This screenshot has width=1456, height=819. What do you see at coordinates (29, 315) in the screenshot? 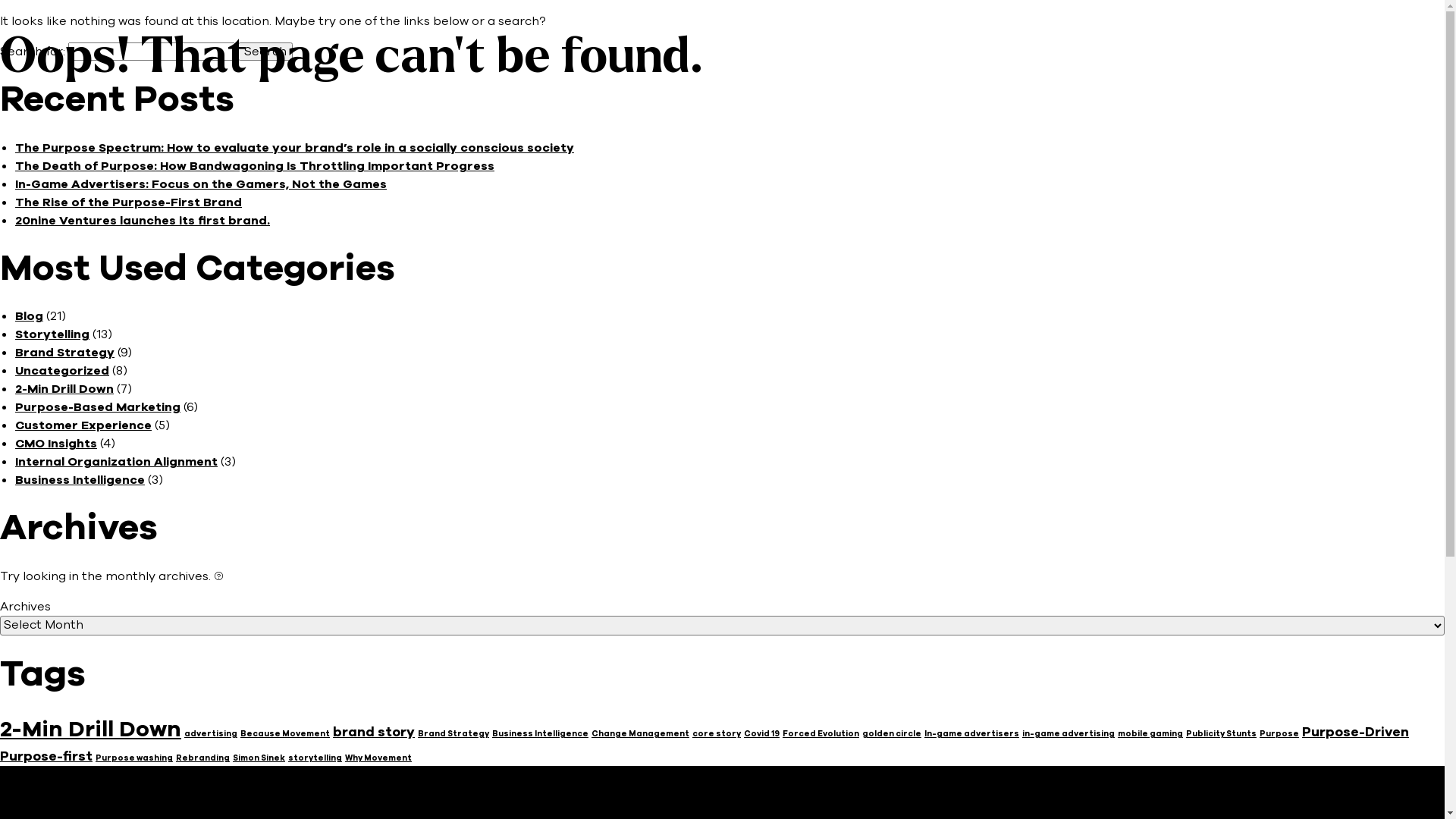
I see `'Blog'` at bounding box center [29, 315].